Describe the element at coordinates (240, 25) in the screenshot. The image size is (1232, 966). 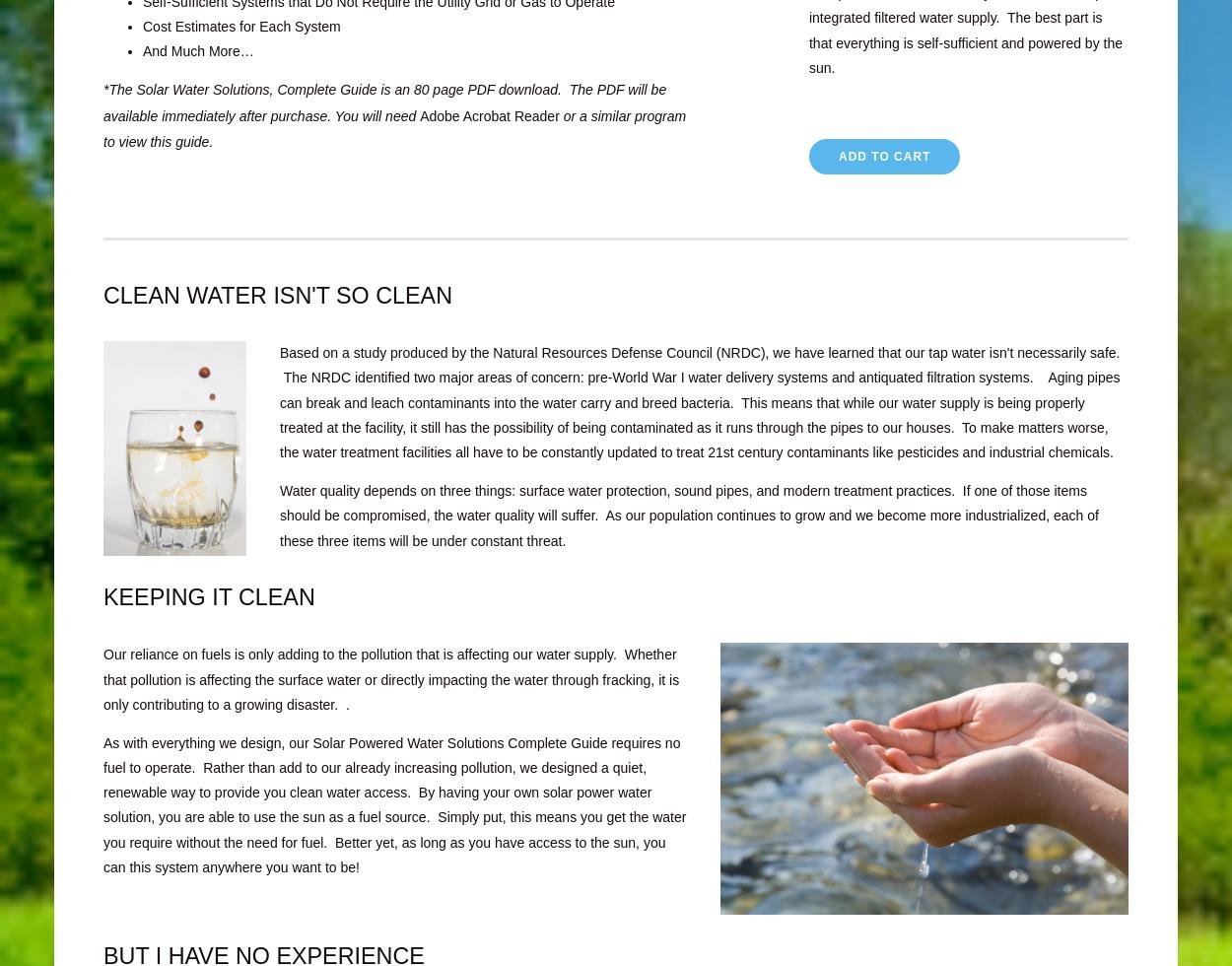
I see `'Cost Estimates for Each System'` at that location.